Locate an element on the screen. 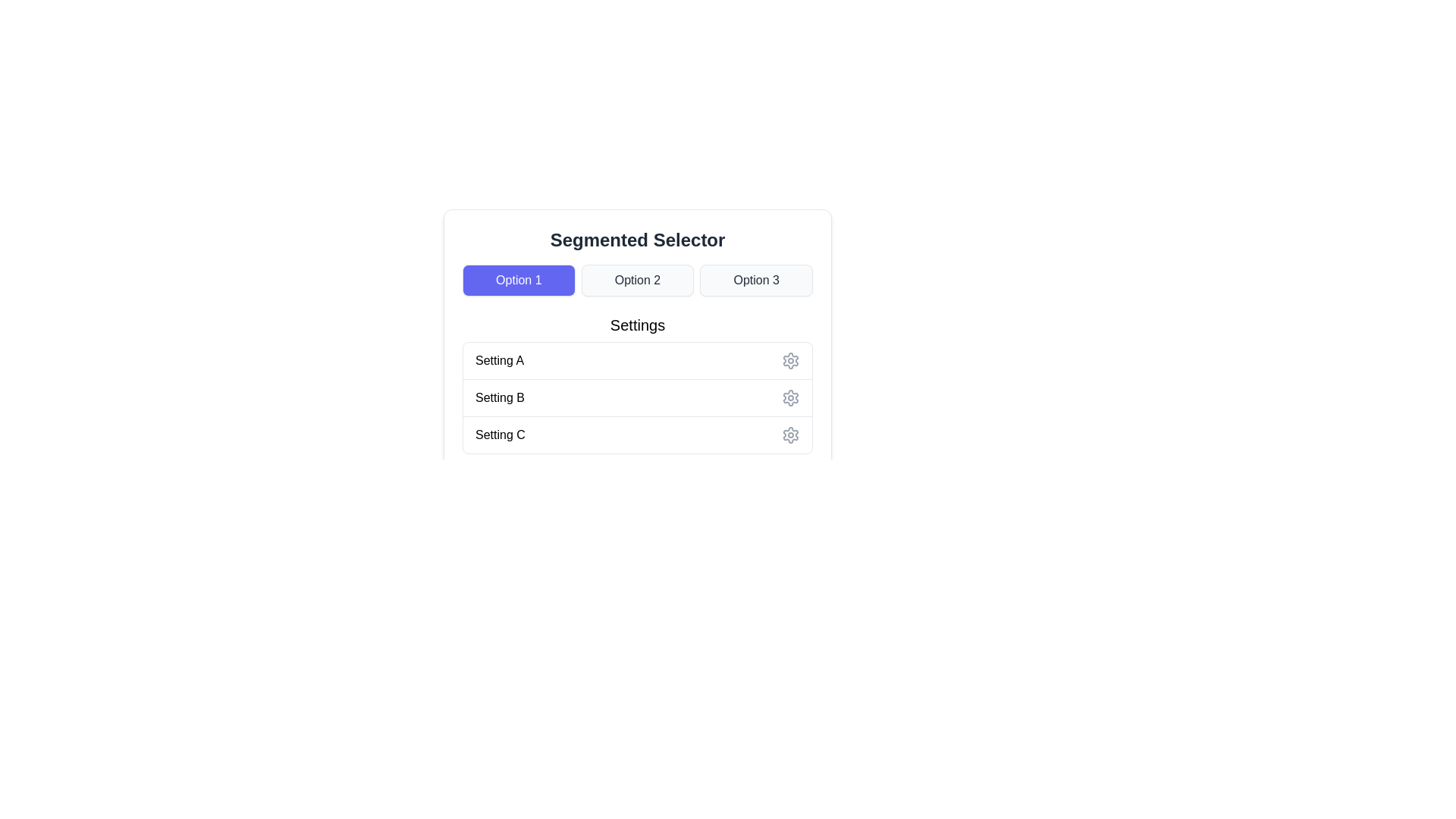 Image resolution: width=1456 pixels, height=819 pixels. the settings icon located at the right end of the 'Setting A' row is located at coordinates (789, 360).